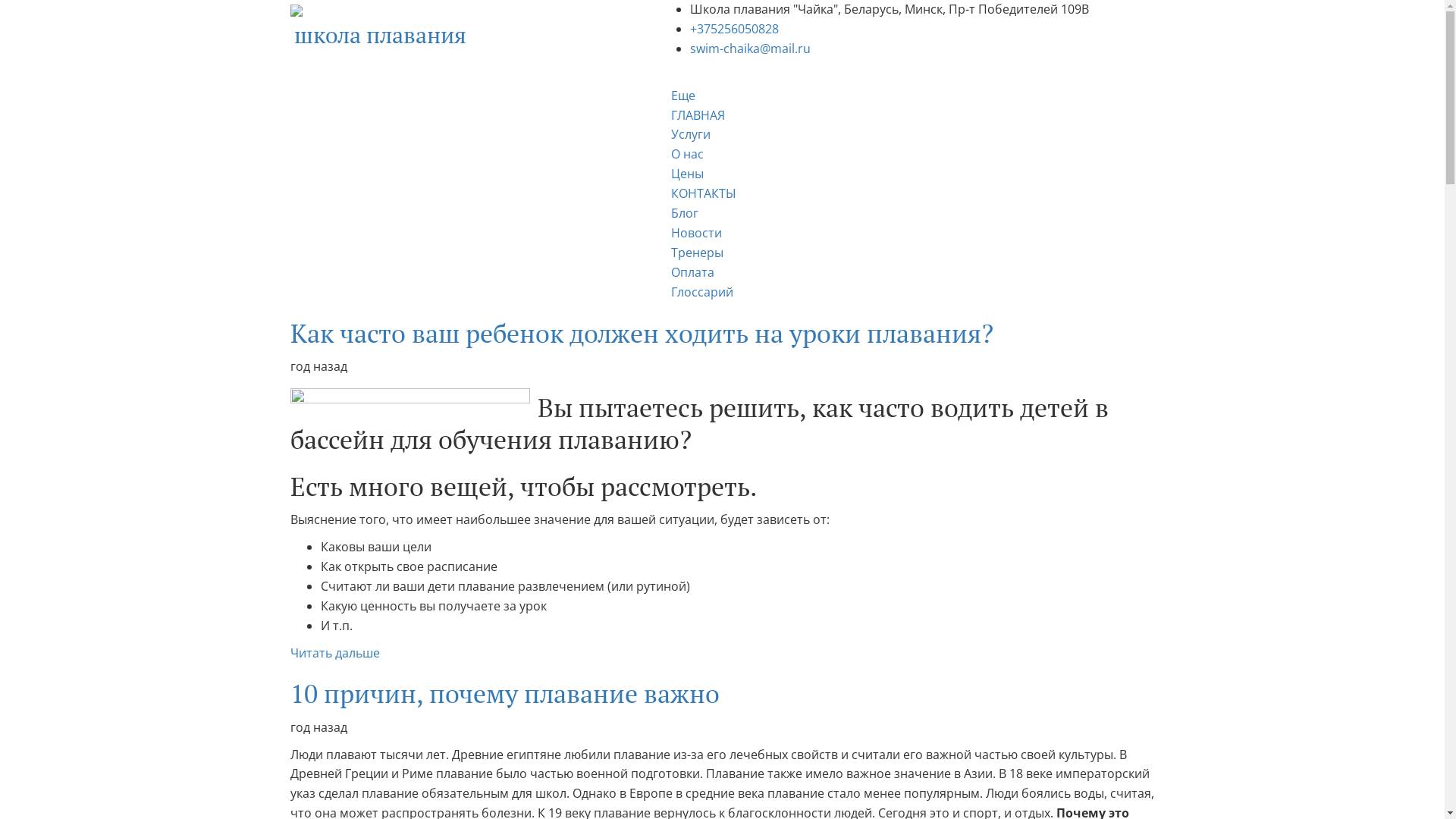 This screenshot has width=1456, height=819. Describe the element at coordinates (734, 29) in the screenshot. I see `'+375256050828'` at that location.